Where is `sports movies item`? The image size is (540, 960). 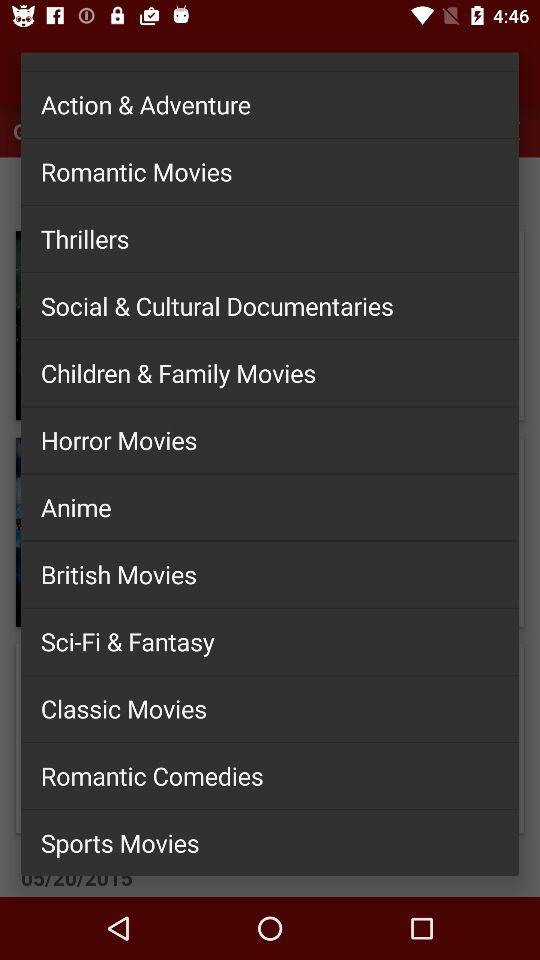
sports movies item is located at coordinates (270, 841).